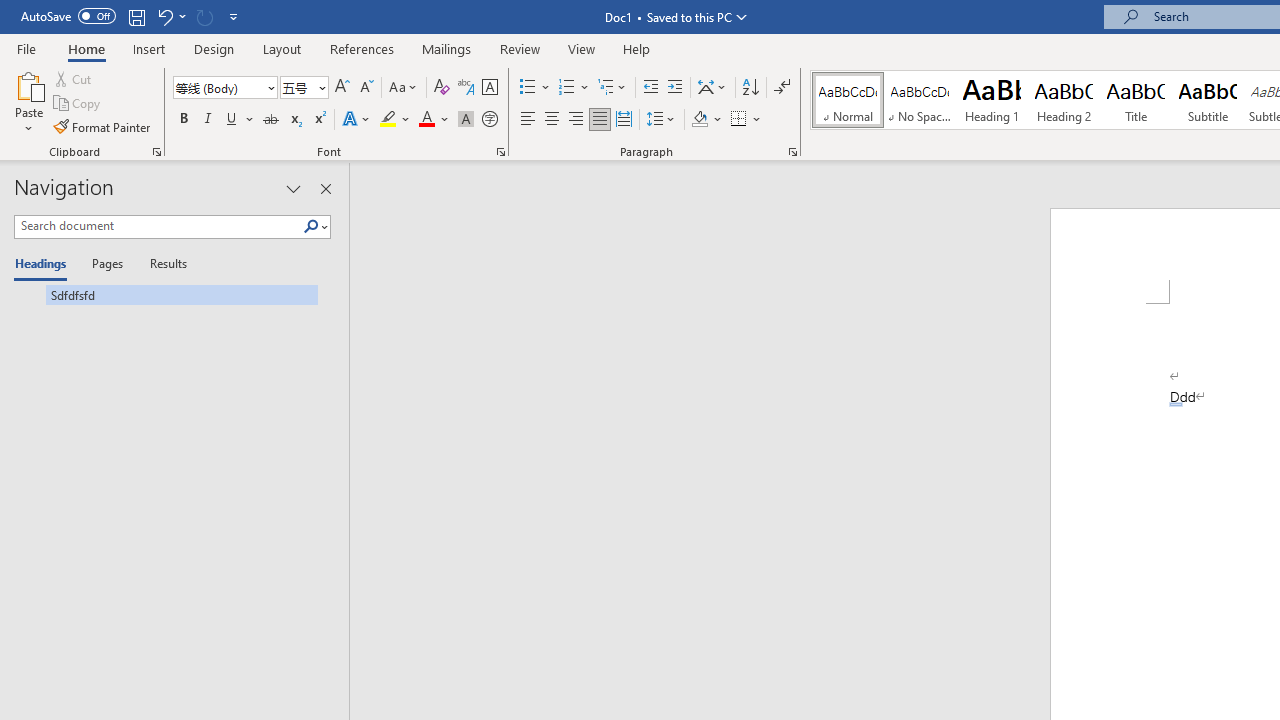  I want to click on 'Borders', so click(738, 119).